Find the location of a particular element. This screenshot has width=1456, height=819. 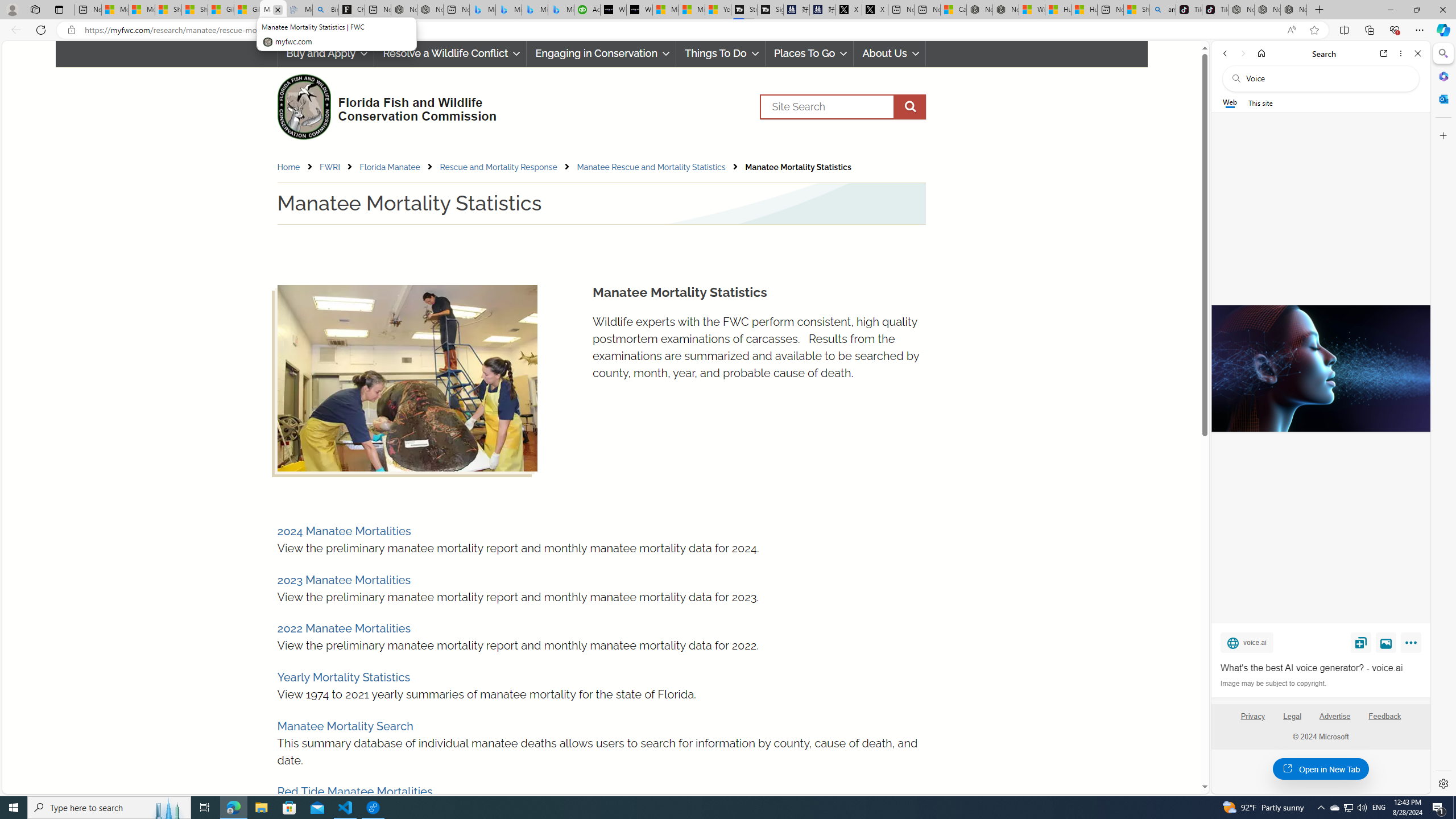

'Outlook' is located at coordinates (1442, 98).